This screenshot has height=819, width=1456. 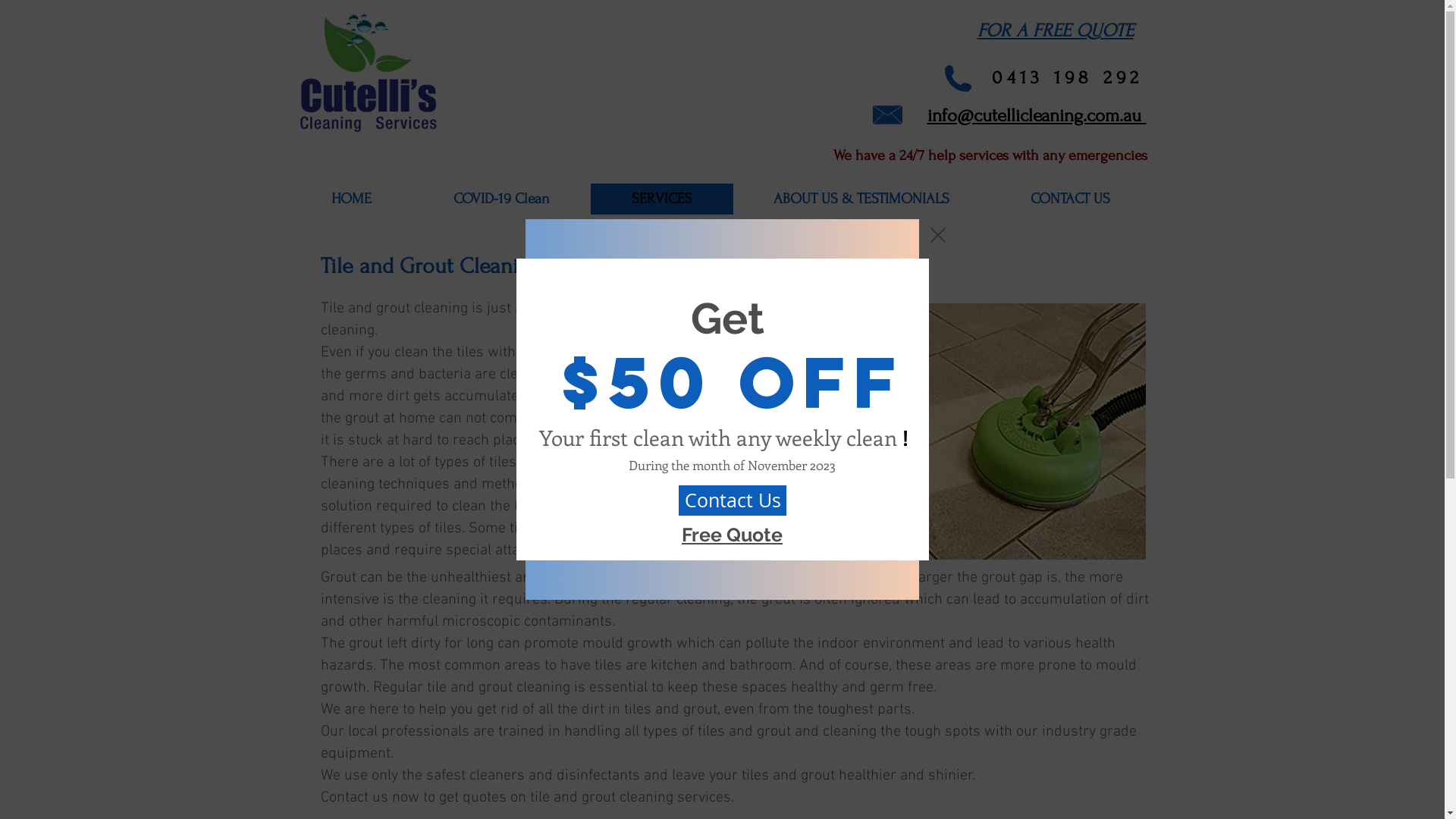 I want to click on 'HOME', so click(x=350, y=198).